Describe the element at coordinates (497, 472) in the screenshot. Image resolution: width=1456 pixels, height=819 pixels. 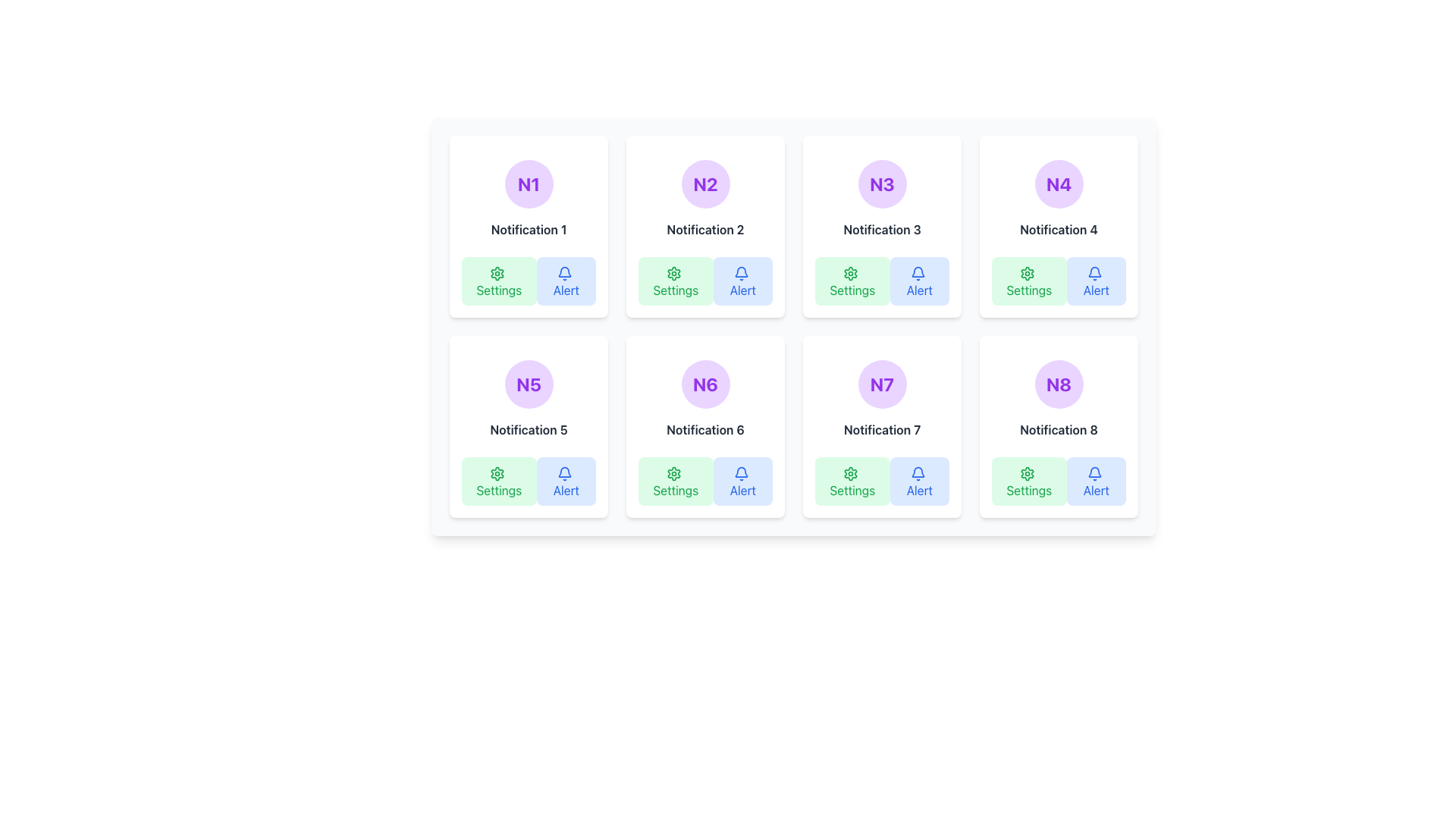
I see `the settings icon for the notification card labeled 'Notification 5', which is located in the bottom-left corner of the second row, above the 'Settings' label and next to the 'Alert' icon` at that location.